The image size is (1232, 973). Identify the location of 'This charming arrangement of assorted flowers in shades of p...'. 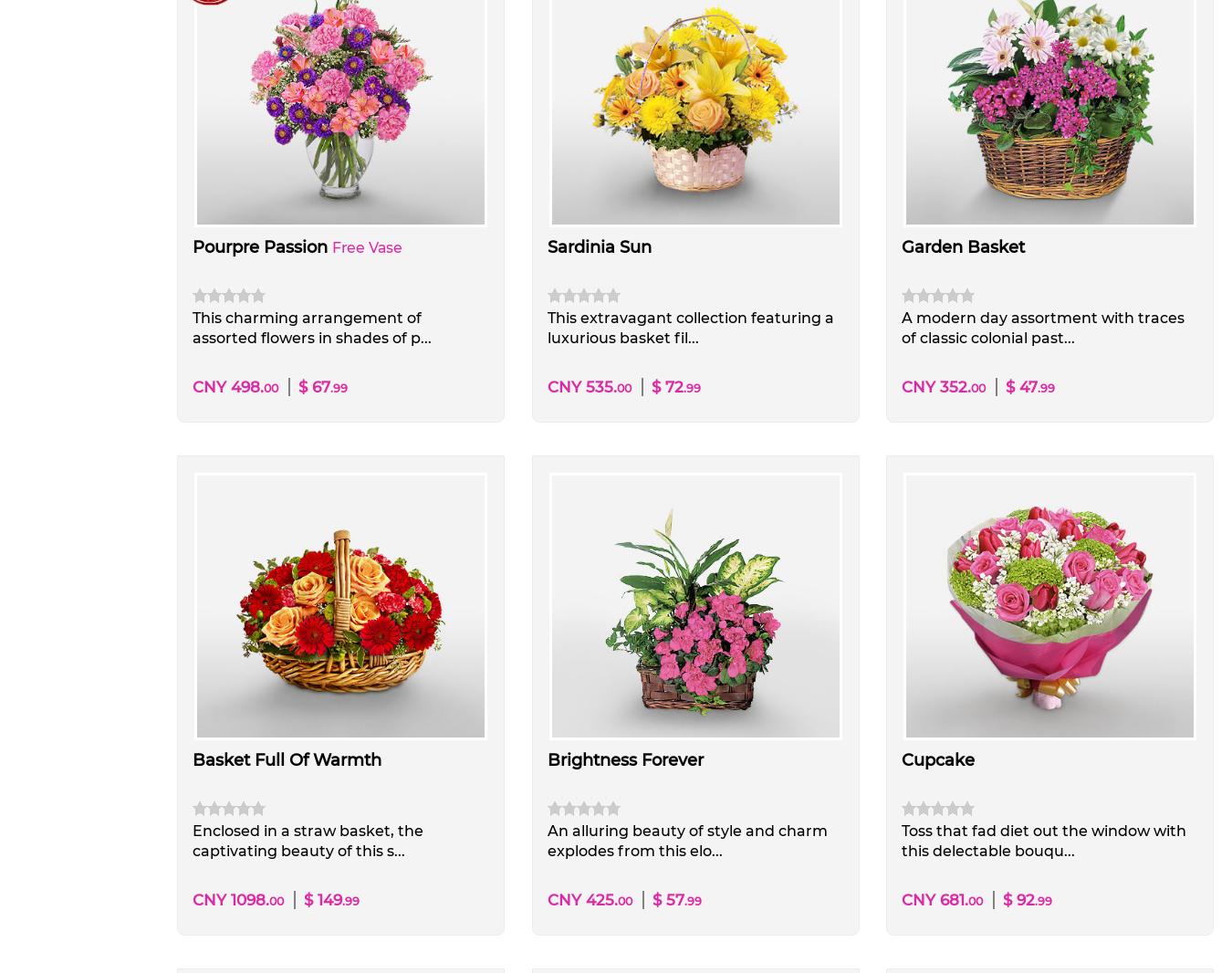
(311, 327).